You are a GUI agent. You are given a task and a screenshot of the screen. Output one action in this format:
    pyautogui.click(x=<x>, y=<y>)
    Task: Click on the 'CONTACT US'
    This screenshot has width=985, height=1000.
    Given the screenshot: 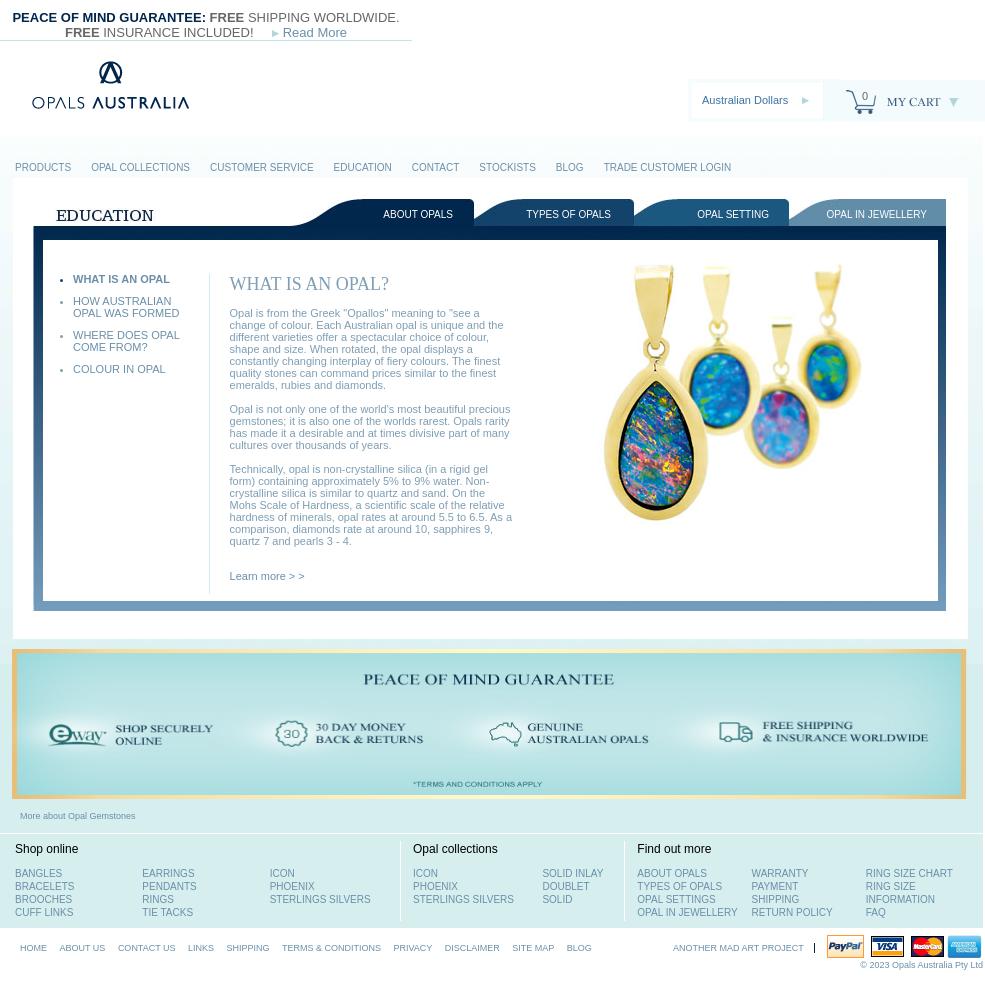 What is the action you would take?
    pyautogui.click(x=145, y=947)
    